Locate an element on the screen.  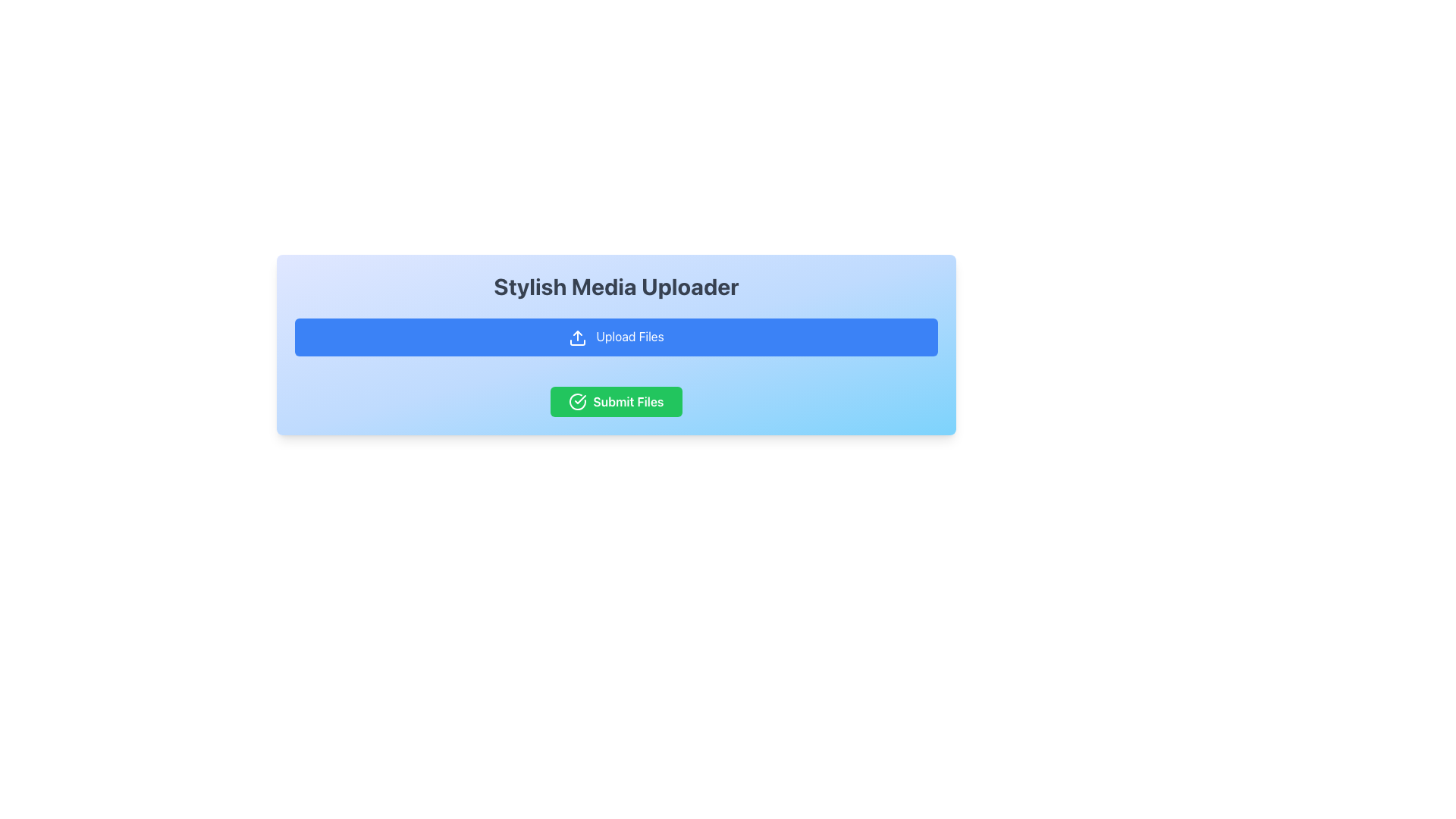
the bottom rectangular portion of the upload symbol icon, which is colored to depict a tray or base, located to the left of the 'Upload Files' button text is located at coordinates (577, 342).